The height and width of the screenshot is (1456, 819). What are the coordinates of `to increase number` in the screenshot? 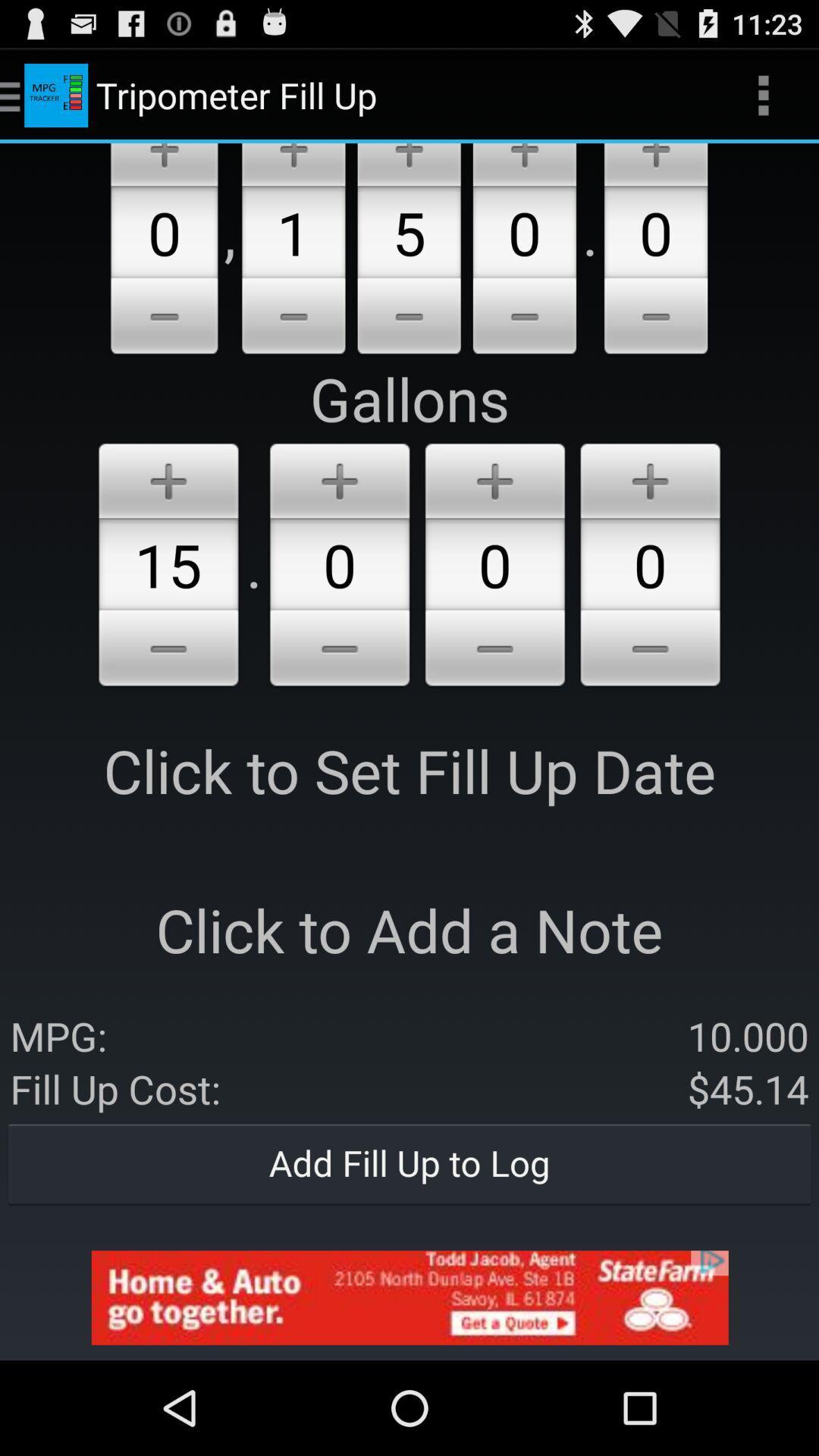 It's located at (494, 477).